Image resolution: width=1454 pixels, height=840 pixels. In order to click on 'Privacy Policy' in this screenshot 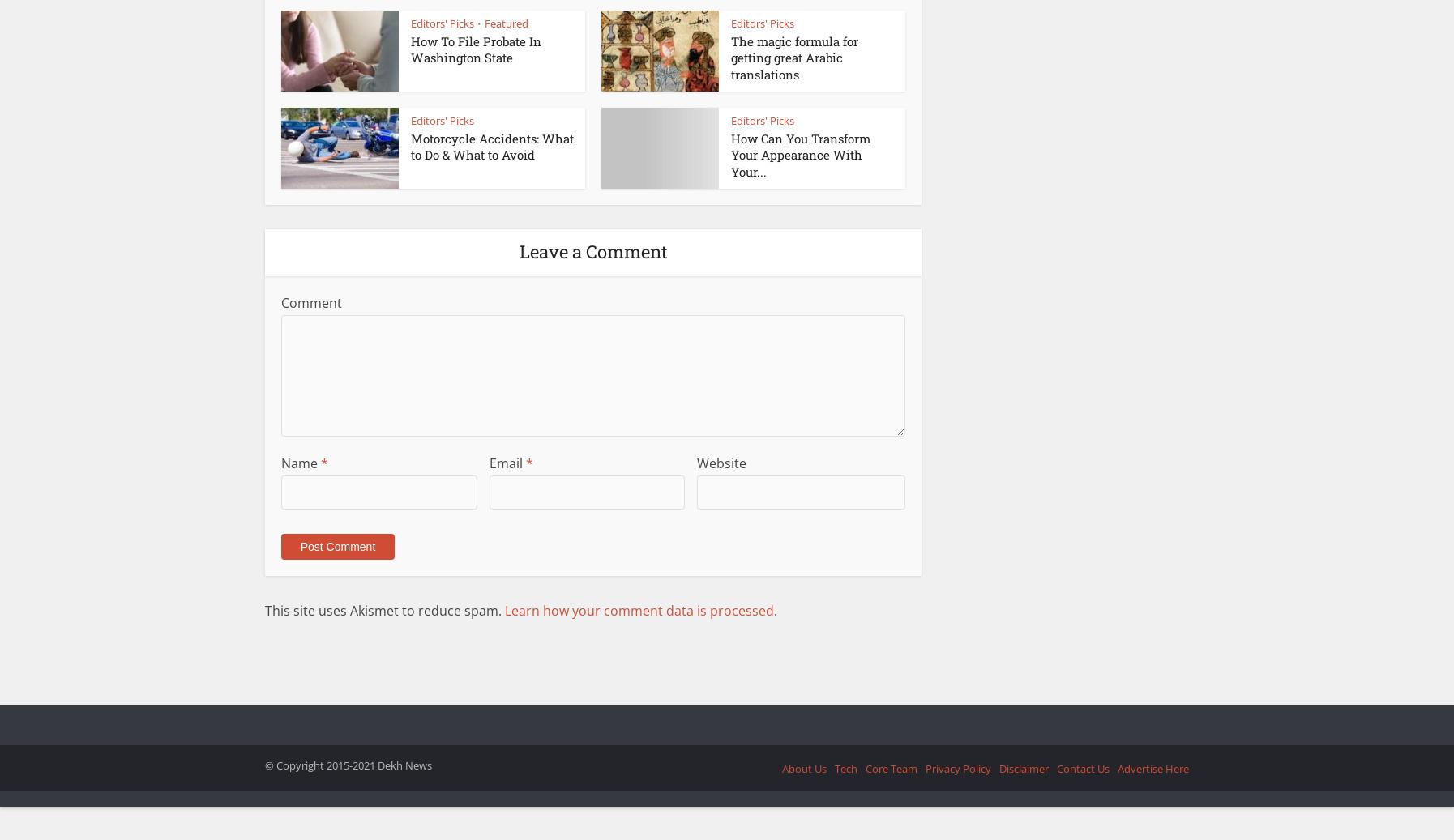, I will do `click(957, 768)`.